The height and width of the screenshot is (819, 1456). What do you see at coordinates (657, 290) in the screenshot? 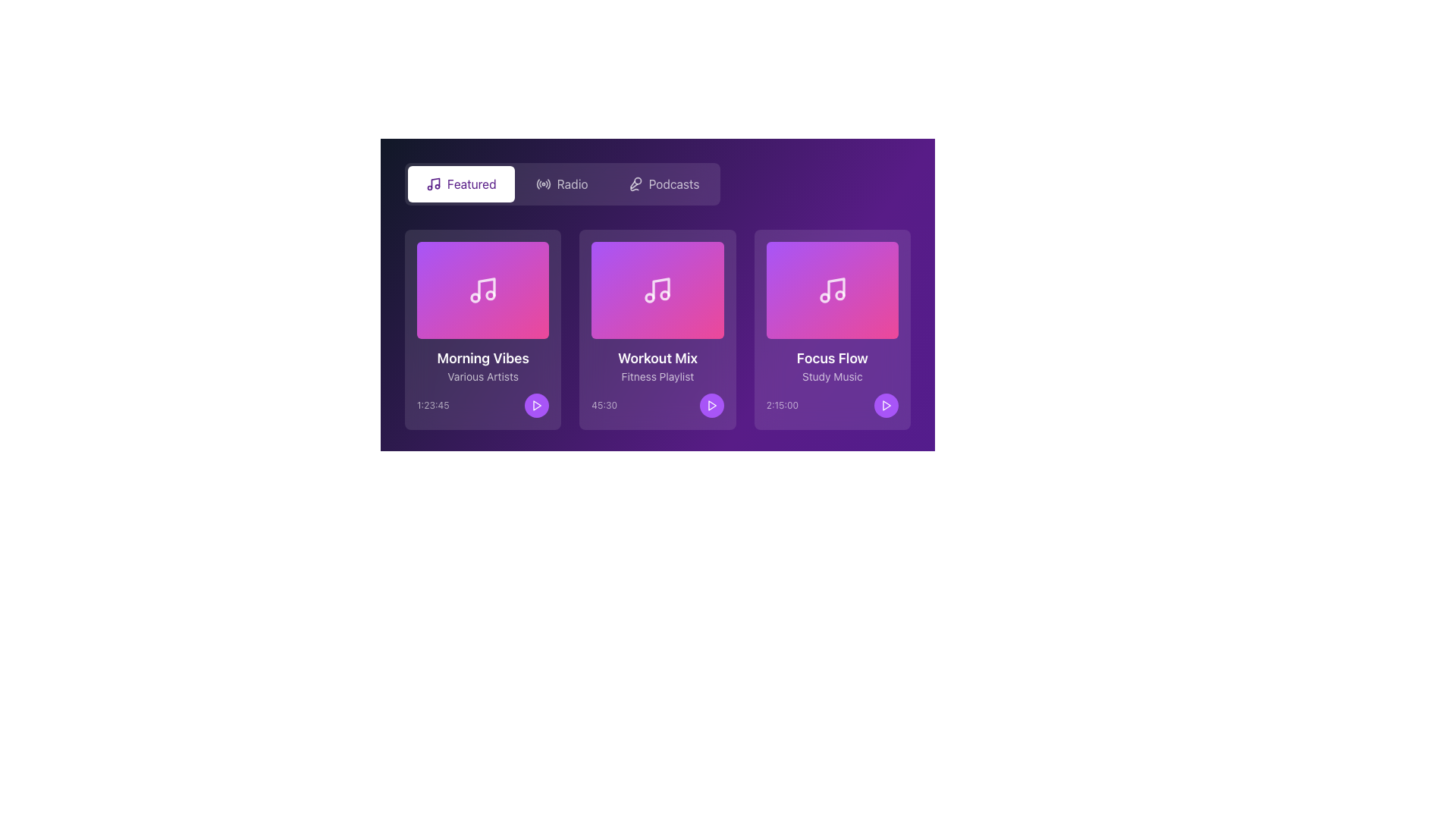
I see `the Decorative card section, which is a rectangular card with a gradient background transitioning from purple to pink, rounded corners, and a centered white music note icon. It is located at the top of the second card in a horizontally aligned list of three cards, immediately above the text 'Workout Mix' and 'Fitness Playlist'` at bounding box center [657, 290].